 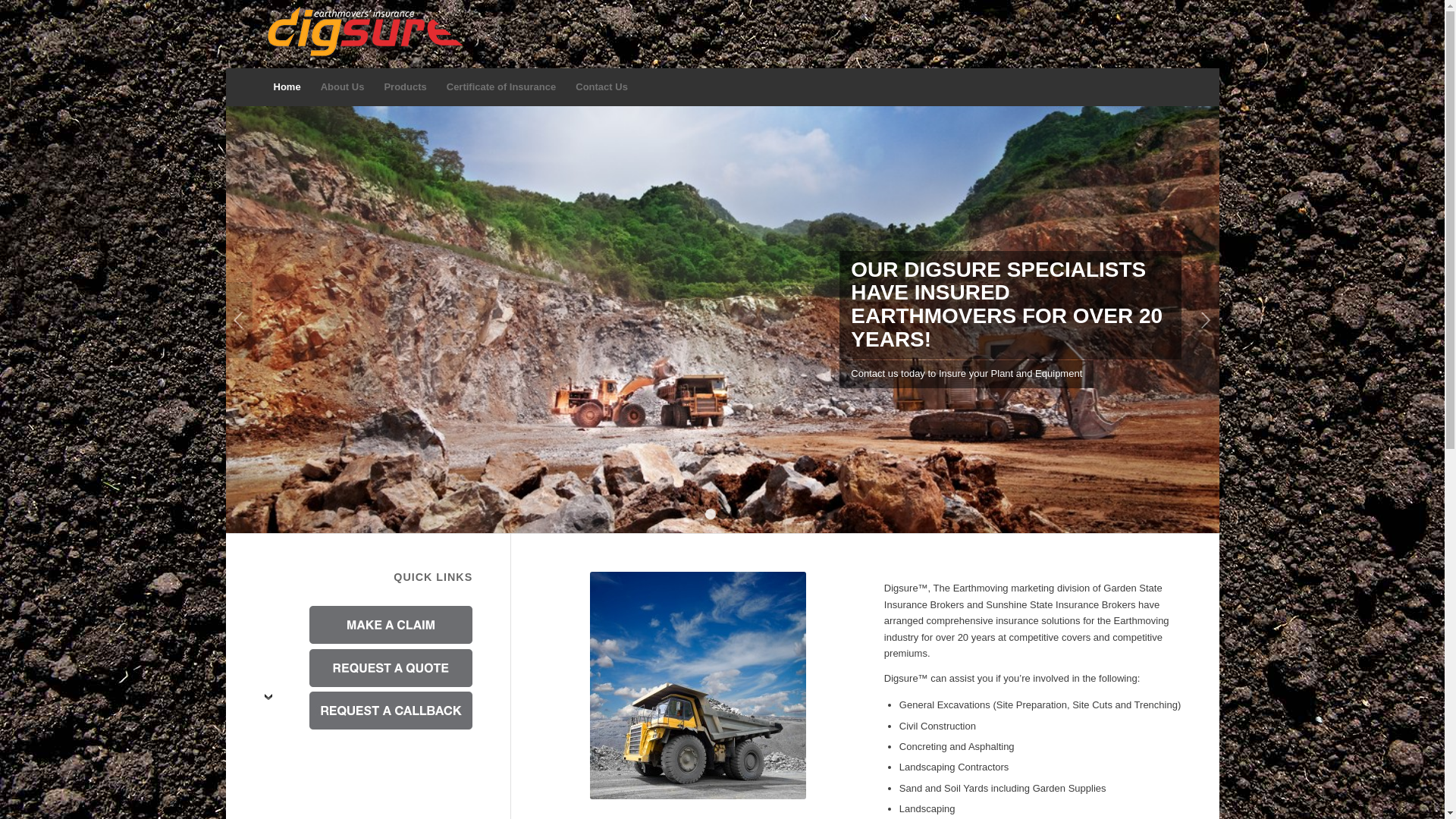 I want to click on 'Products', so click(x=404, y=87).